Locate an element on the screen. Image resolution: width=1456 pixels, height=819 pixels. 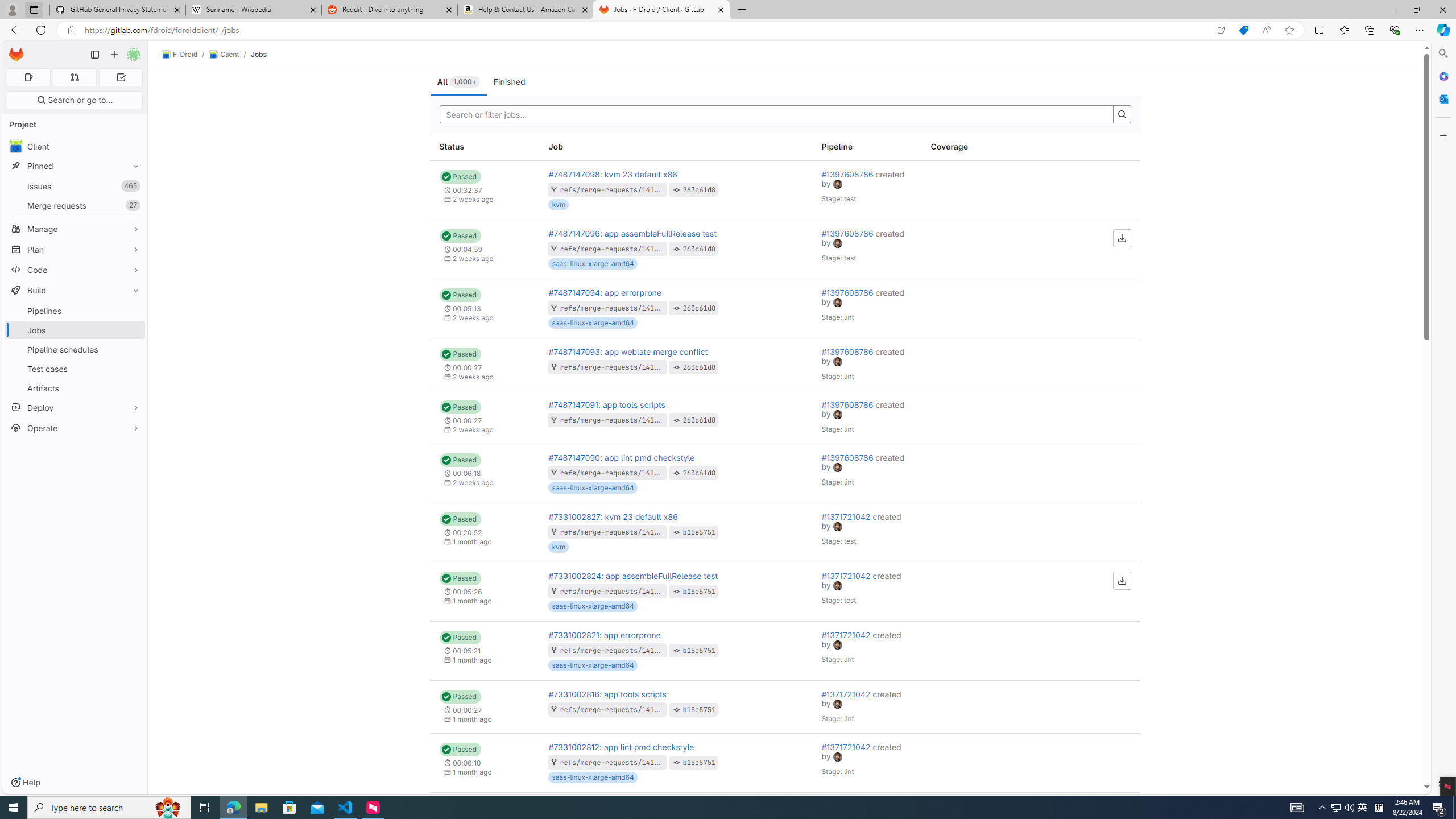
'Code' is located at coordinates (74, 270).